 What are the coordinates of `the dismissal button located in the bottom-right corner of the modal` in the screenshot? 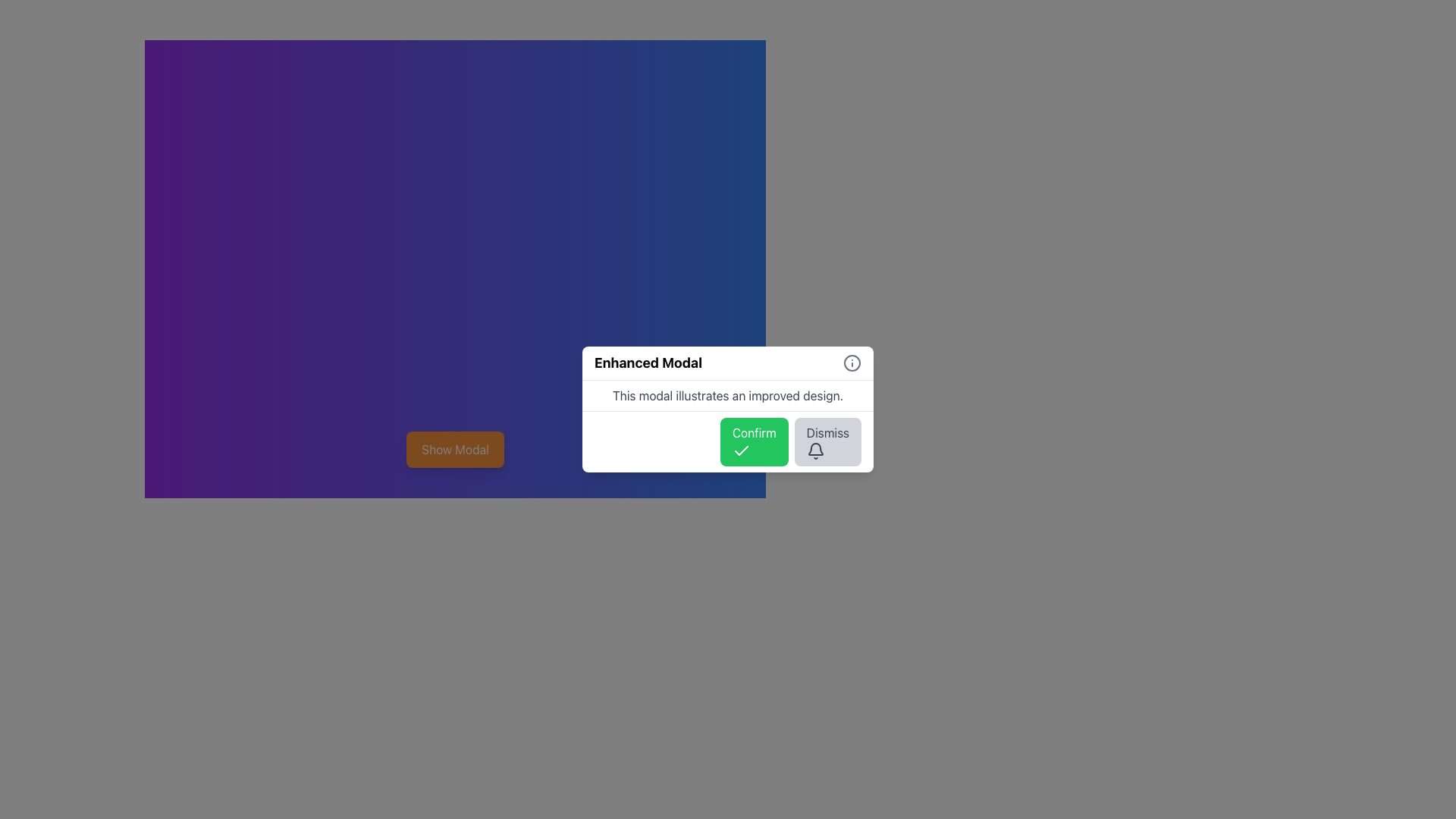 It's located at (827, 441).